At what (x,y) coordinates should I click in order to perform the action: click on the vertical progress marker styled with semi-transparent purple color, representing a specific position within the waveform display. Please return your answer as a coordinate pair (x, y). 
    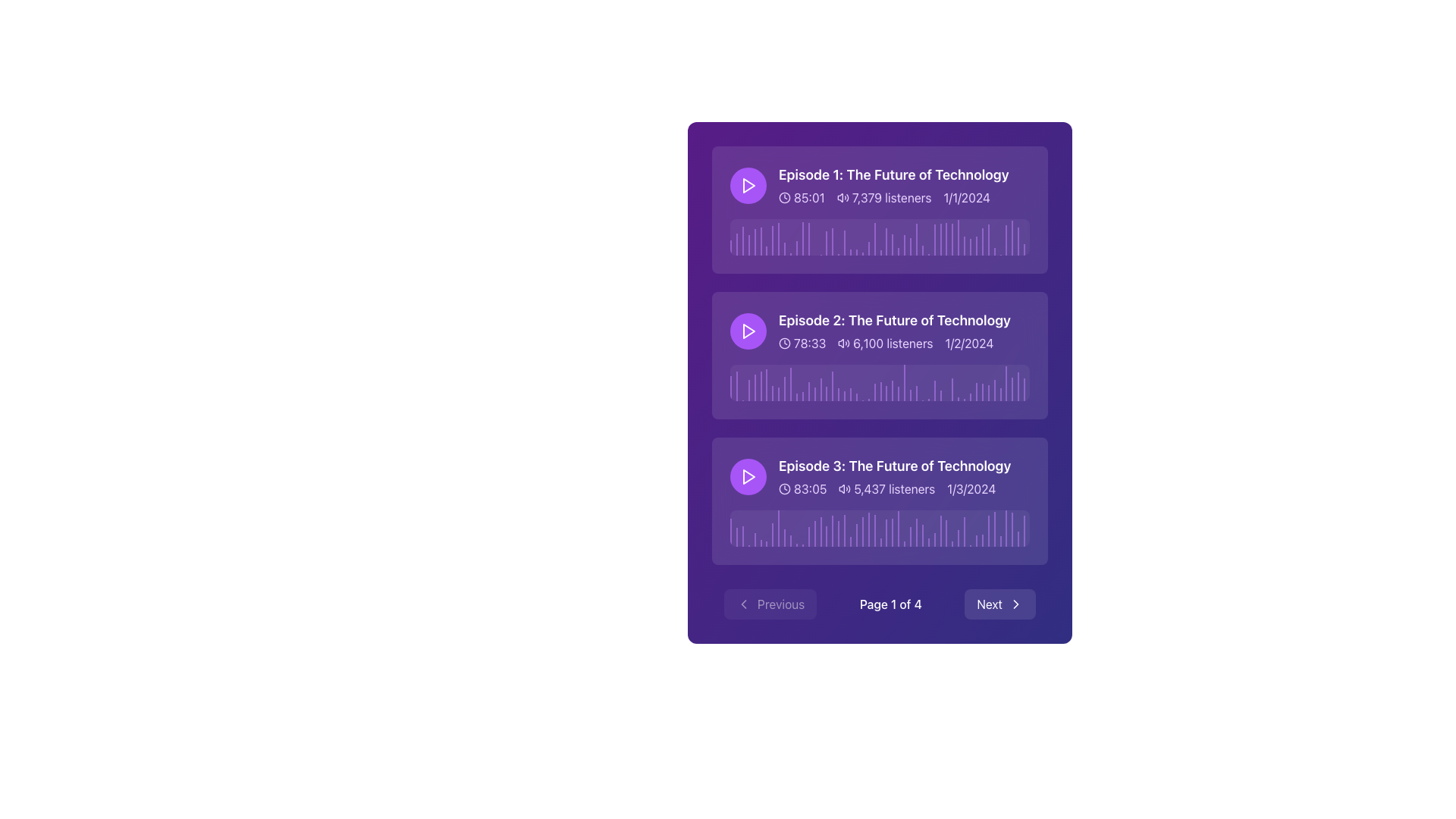
    Looking at the image, I should click on (982, 241).